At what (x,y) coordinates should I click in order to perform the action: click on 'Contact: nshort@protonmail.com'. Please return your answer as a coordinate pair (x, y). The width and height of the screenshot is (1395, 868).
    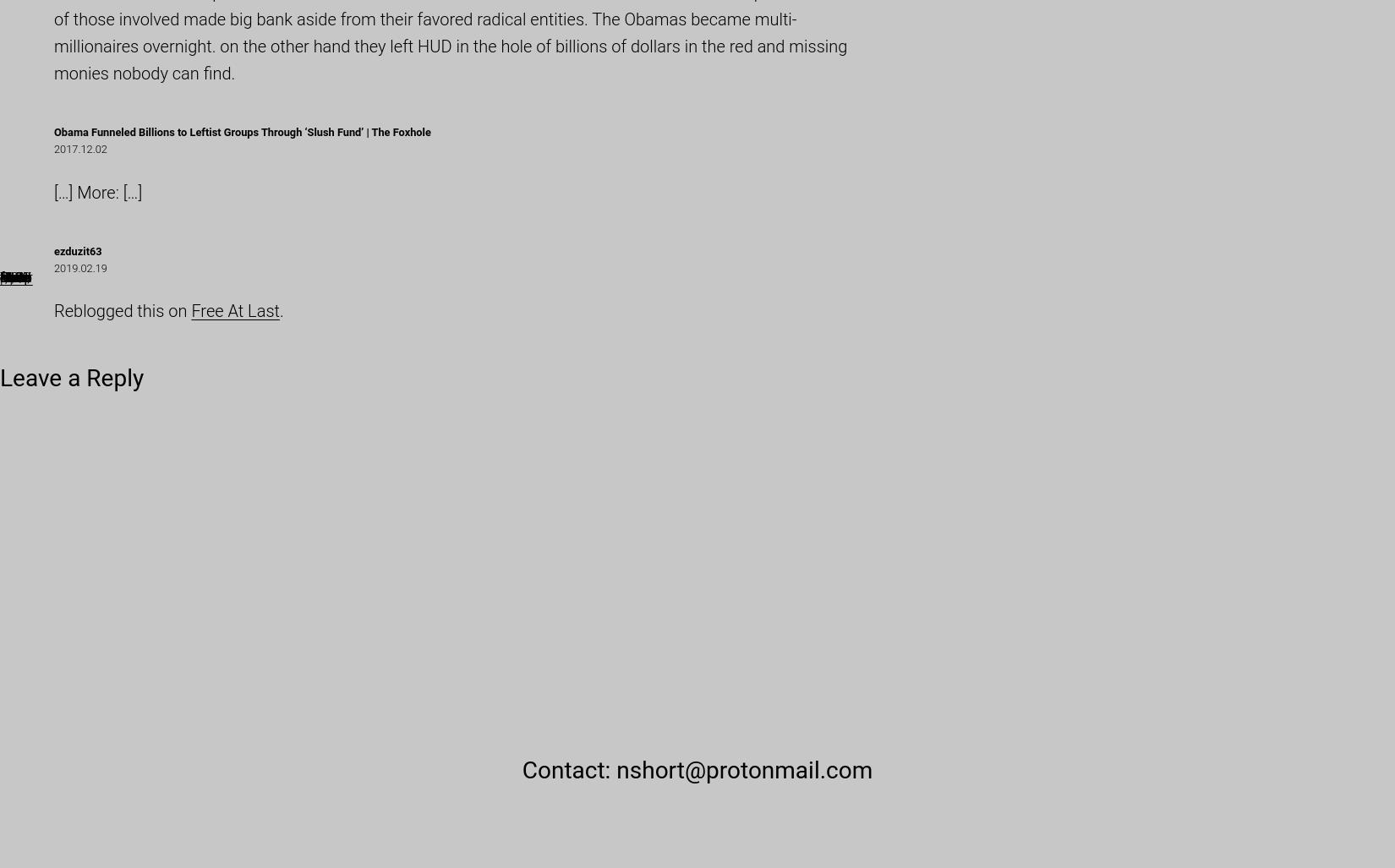
    Looking at the image, I should click on (696, 769).